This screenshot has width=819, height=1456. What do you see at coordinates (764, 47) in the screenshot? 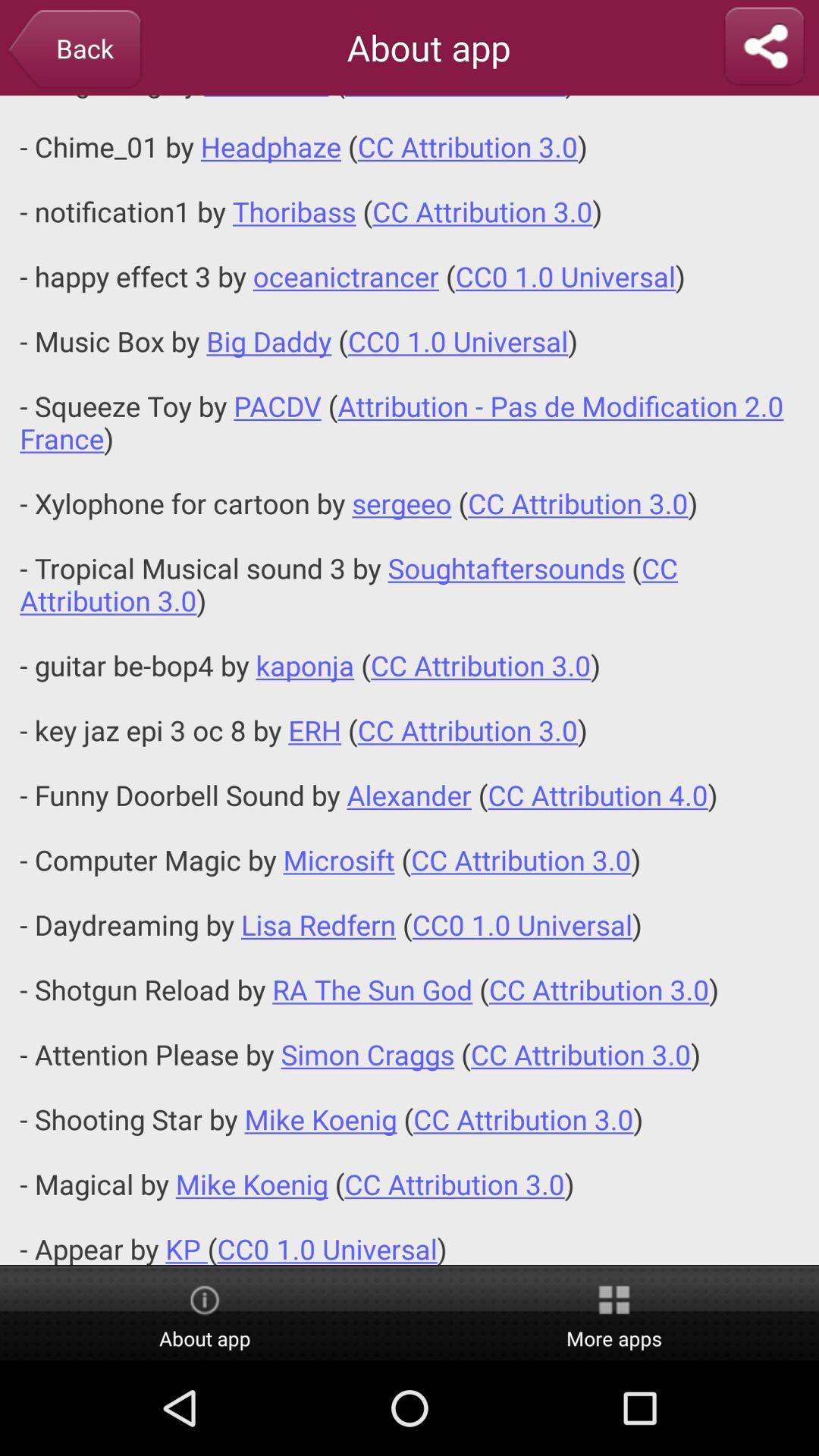
I see `share button` at bounding box center [764, 47].